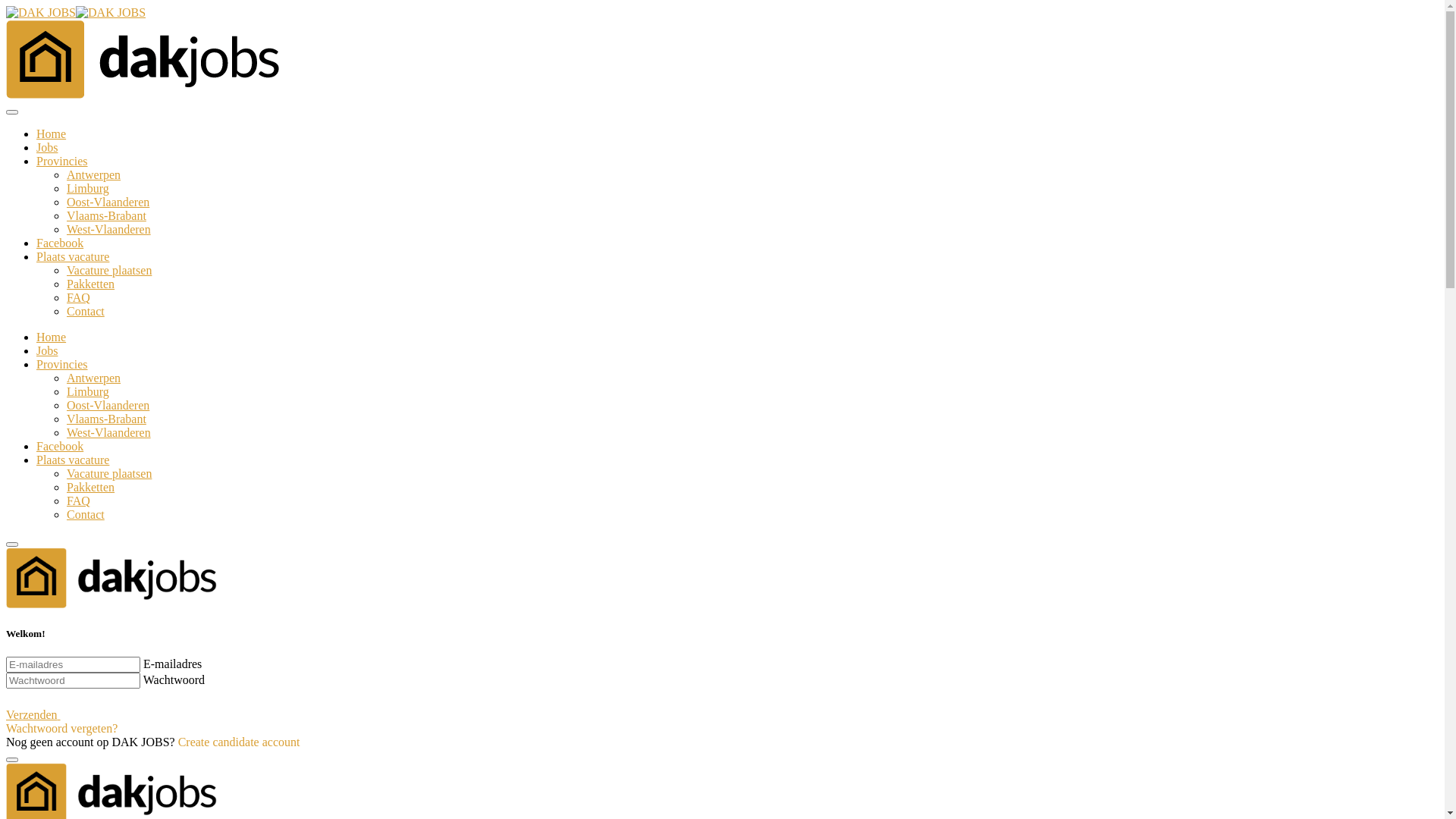  What do you see at coordinates (72, 256) in the screenshot?
I see `'Plaats vacature'` at bounding box center [72, 256].